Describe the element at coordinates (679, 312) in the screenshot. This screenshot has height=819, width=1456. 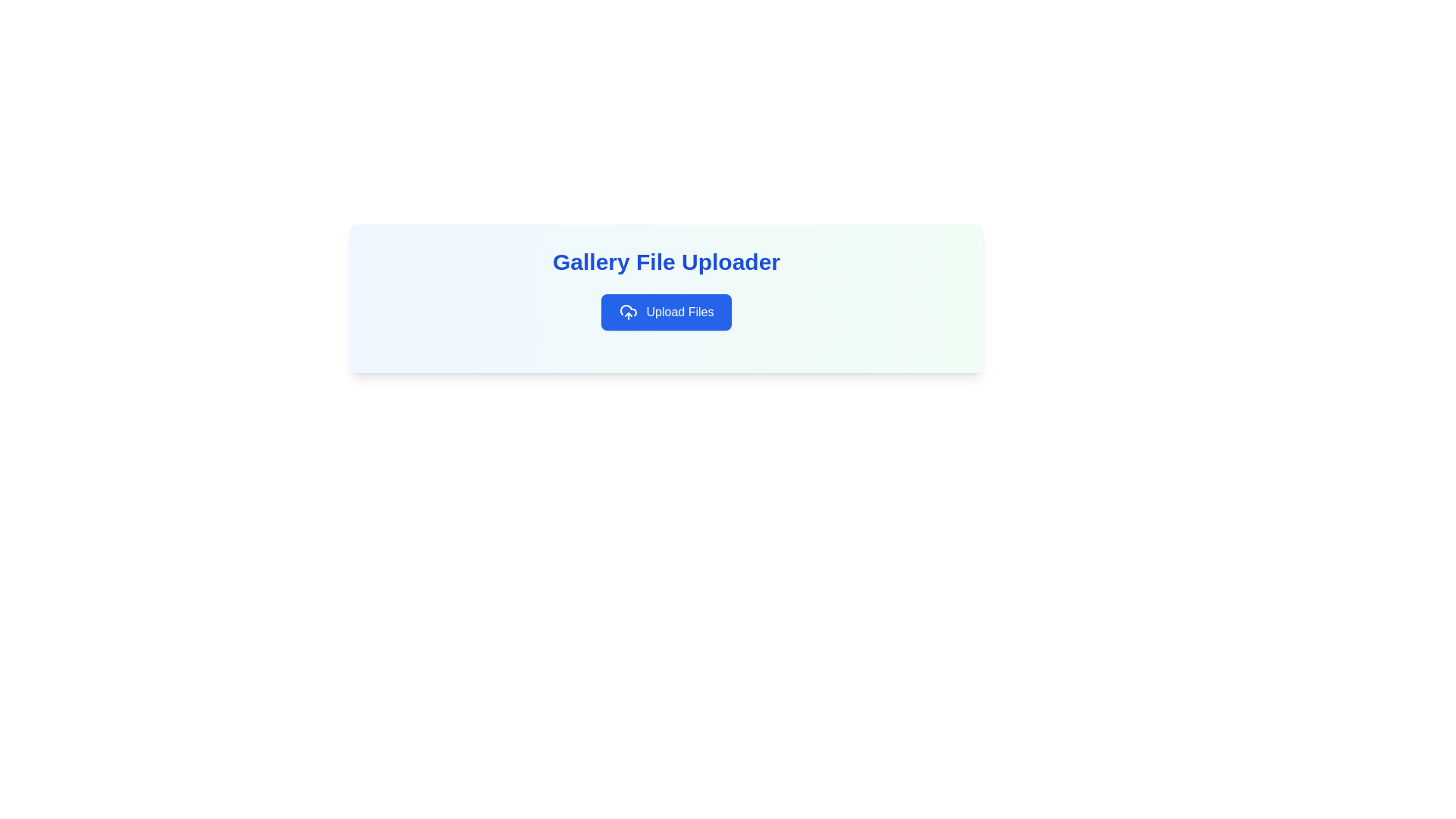
I see `the text label within the upload button that indicates the button's purpose, located to the right of the icon and below the 'Gallery File Uploader' heading` at that location.